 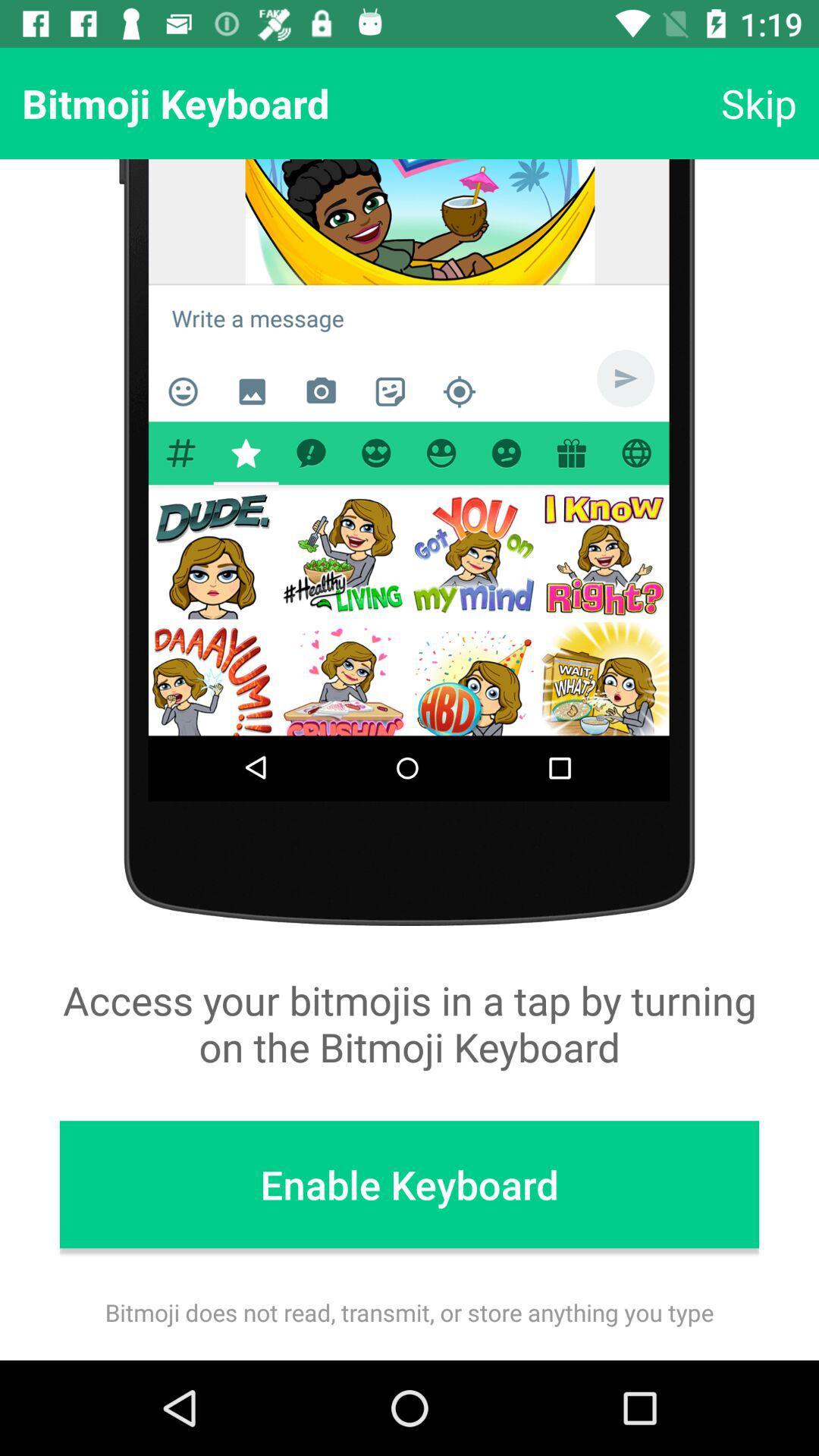 I want to click on icon at the top right corner, so click(x=758, y=102).